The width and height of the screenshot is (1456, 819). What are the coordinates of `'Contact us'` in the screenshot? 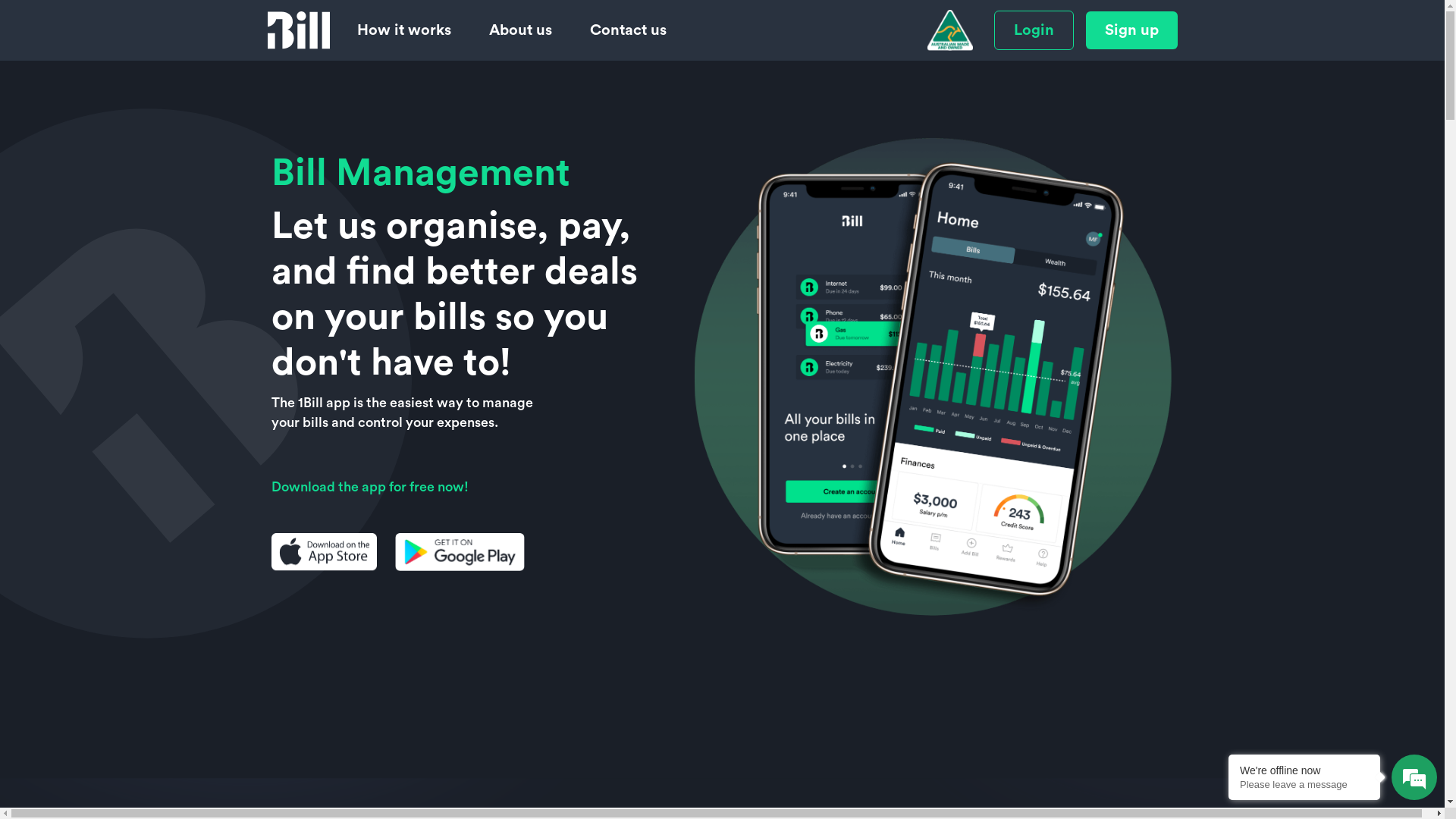 It's located at (628, 30).